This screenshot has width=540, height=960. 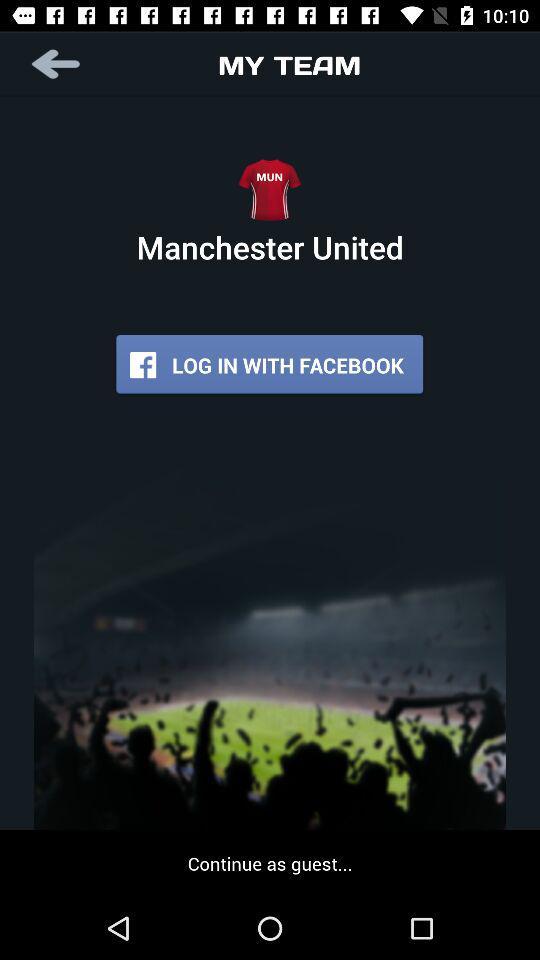 I want to click on the item to the left of my team item, so click(x=57, y=64).